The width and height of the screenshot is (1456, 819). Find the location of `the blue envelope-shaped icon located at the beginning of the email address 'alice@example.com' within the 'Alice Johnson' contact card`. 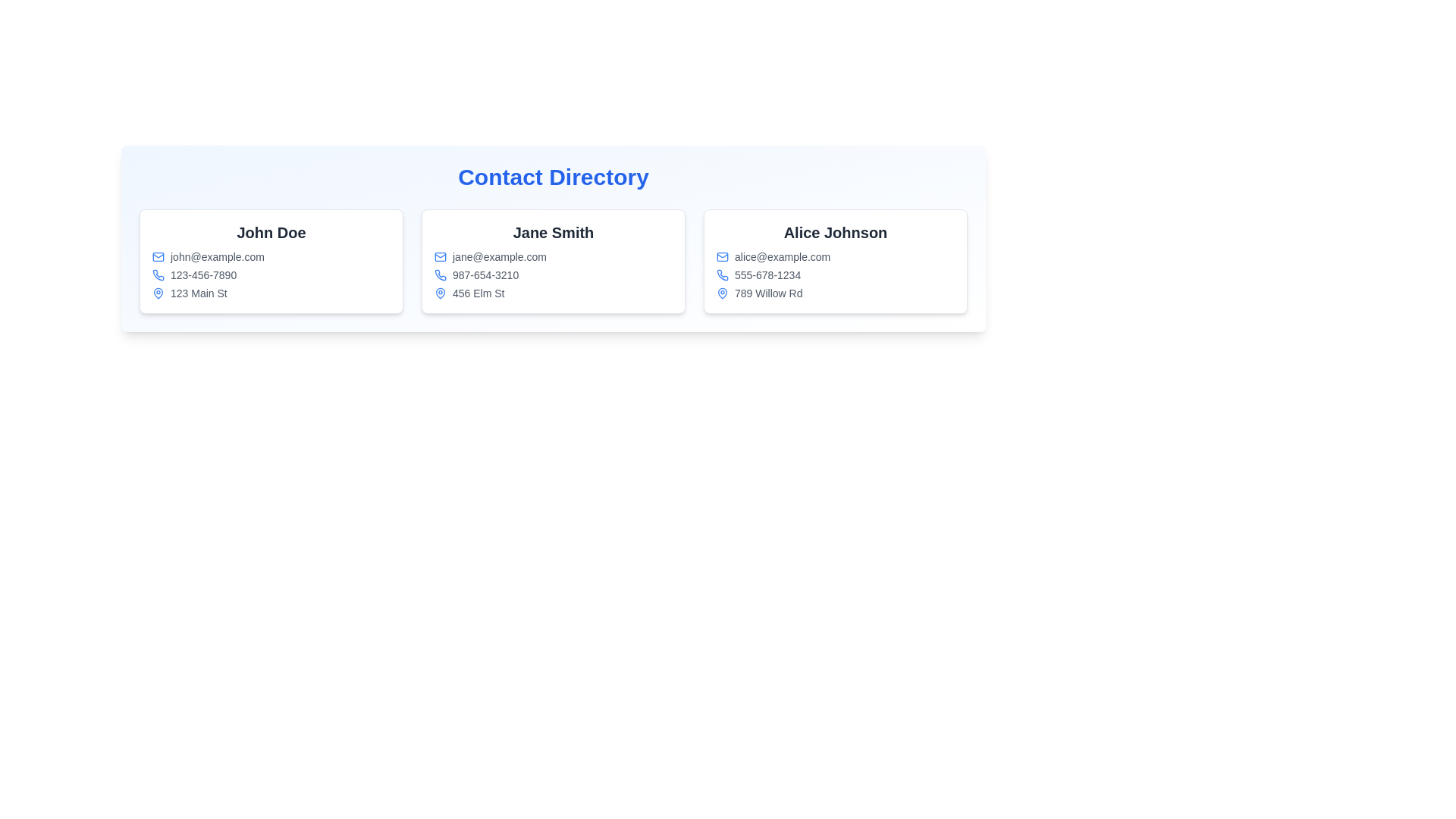

the blue envelope-shaped icon located at the beginning of the email address 'alice@example.com' within the 'Alice Johnson' contact card is located at coordinates (722, 256).